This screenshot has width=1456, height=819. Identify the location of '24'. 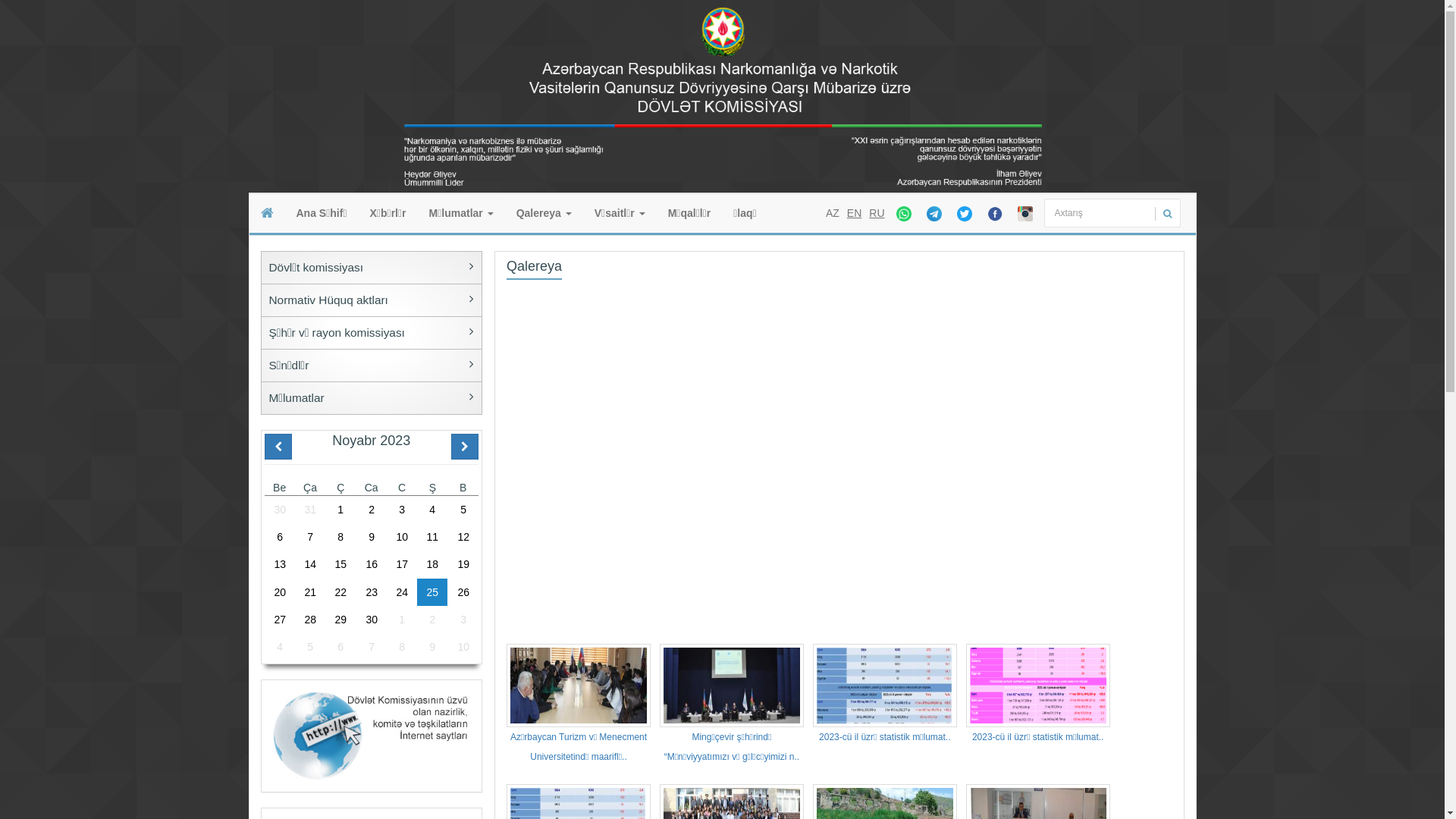
(401, 591).